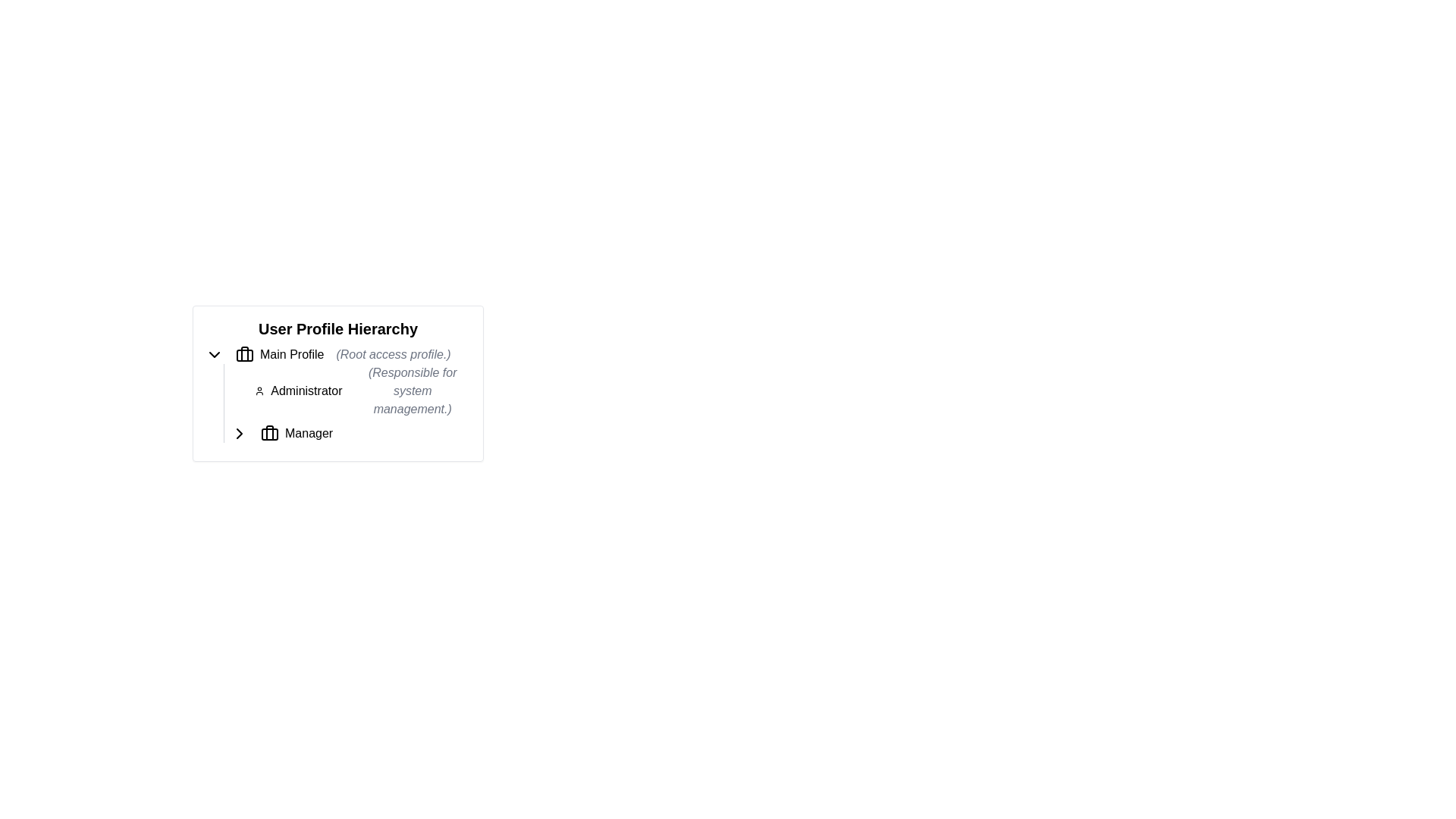 This screenshot has width=1456, height=819. I want to click on the Chevron Dropdown Indicator located in the upper-left region of the 'User Profile Hierarchy' section, so click(214, 354).